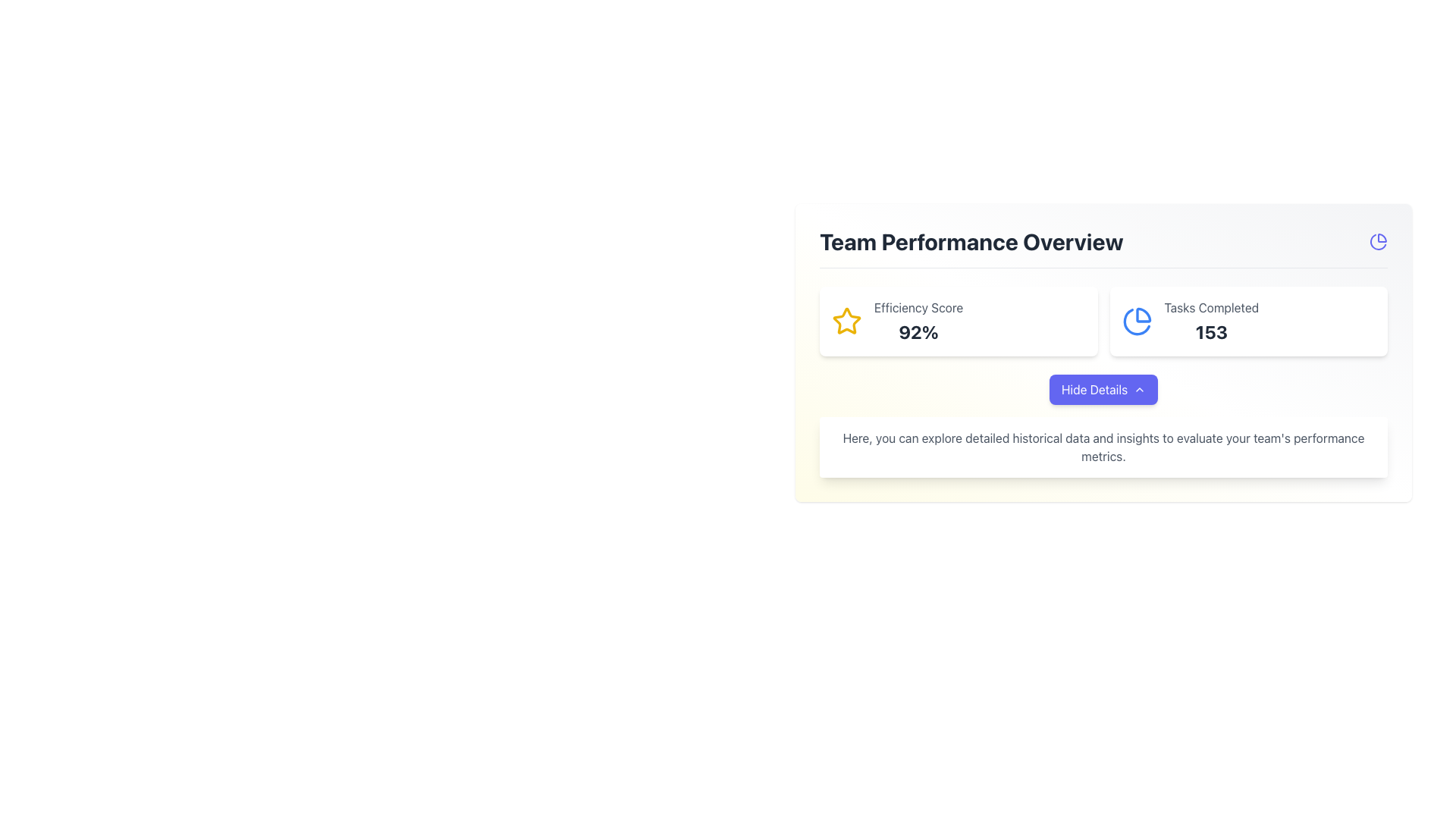  I want to click on the pie chart icon styled in blue, which represents data visualization, located within the 'Tasks Completed 153' card, so click(1137, 321).